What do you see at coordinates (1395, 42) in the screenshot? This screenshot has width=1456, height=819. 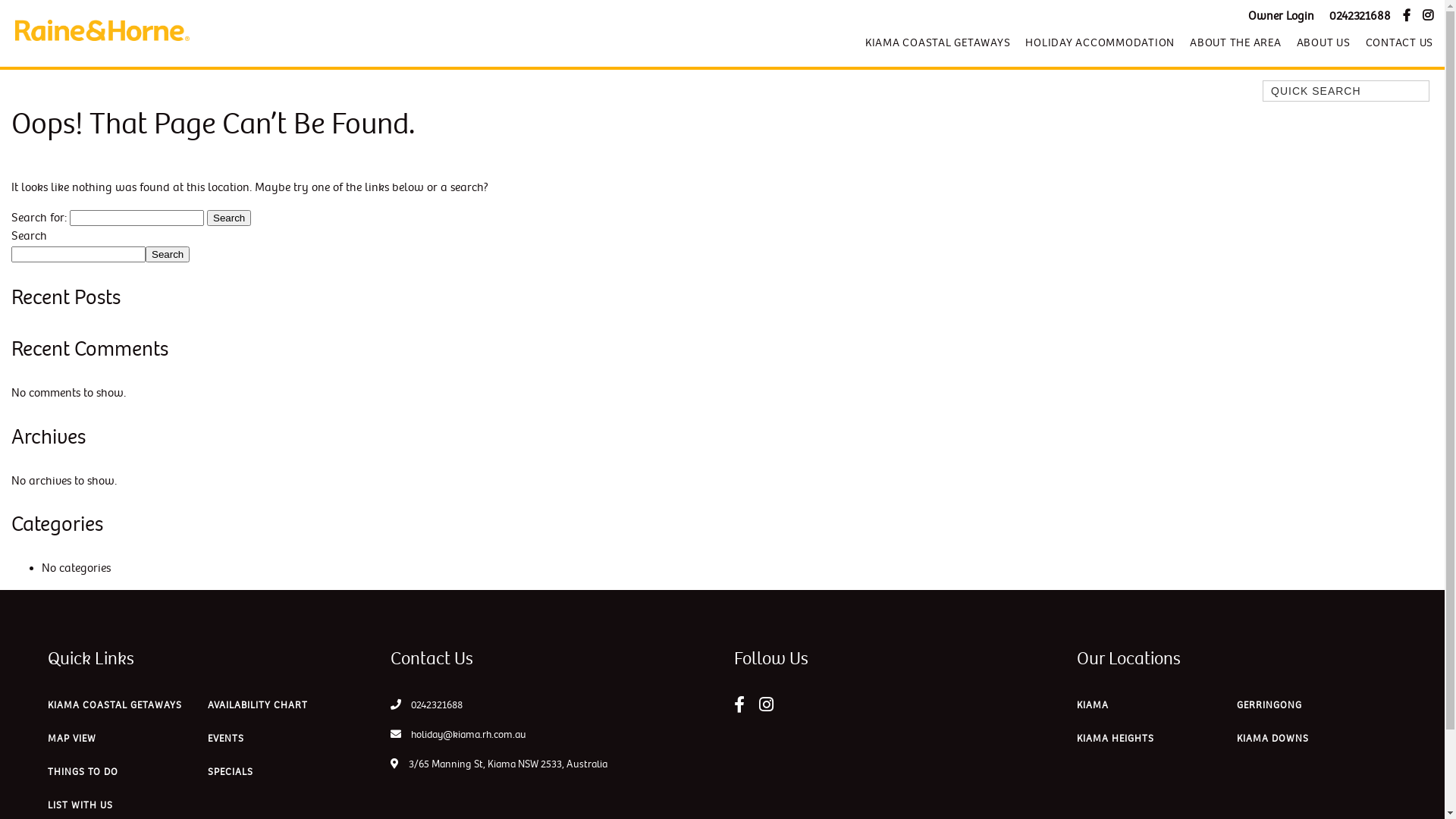 I see `'CONTACT US'` at bounding box center [1395, 42].